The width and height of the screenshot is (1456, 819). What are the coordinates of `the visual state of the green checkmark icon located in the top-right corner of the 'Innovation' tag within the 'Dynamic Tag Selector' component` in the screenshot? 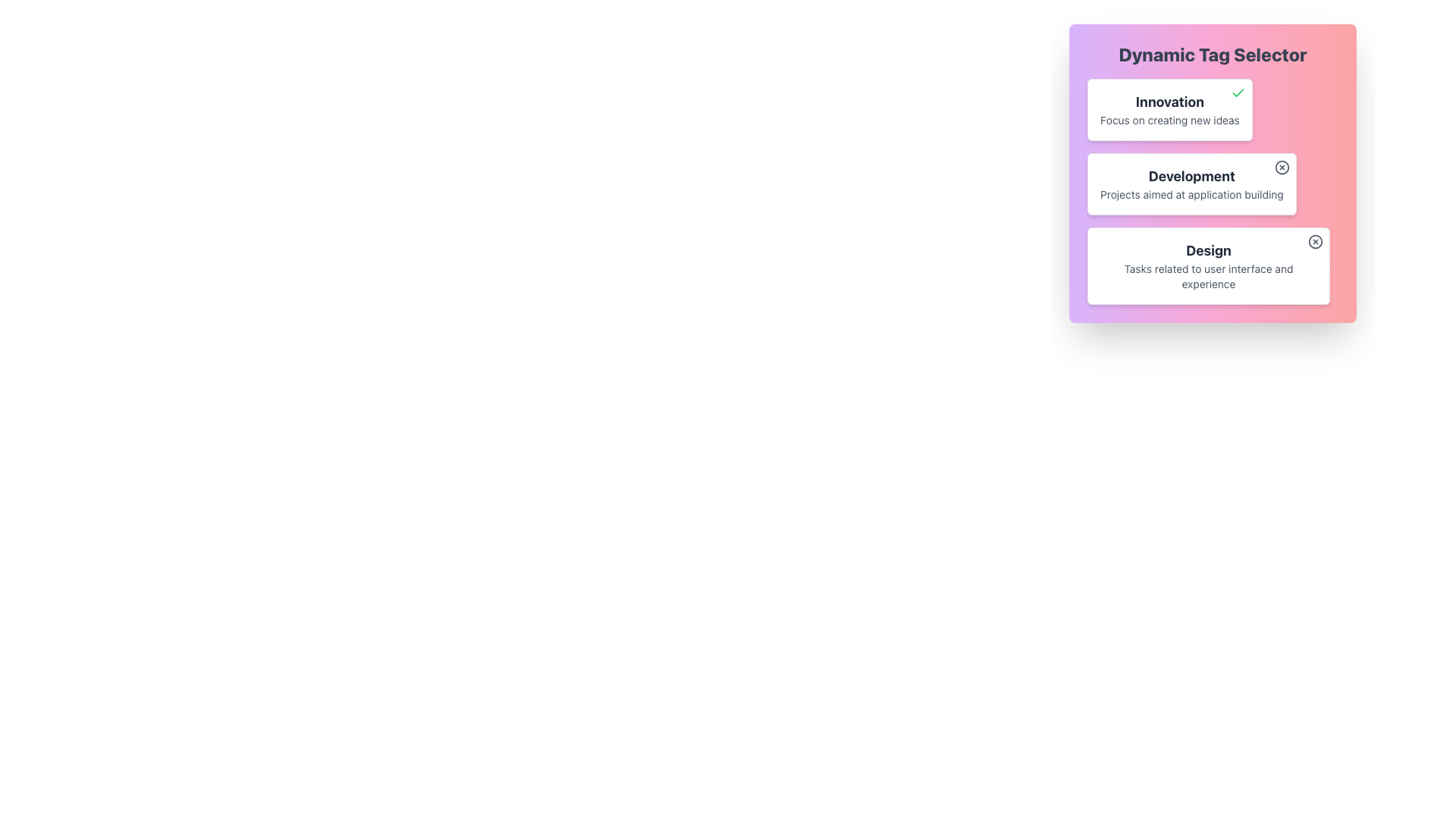 It's located at (1238, 93).